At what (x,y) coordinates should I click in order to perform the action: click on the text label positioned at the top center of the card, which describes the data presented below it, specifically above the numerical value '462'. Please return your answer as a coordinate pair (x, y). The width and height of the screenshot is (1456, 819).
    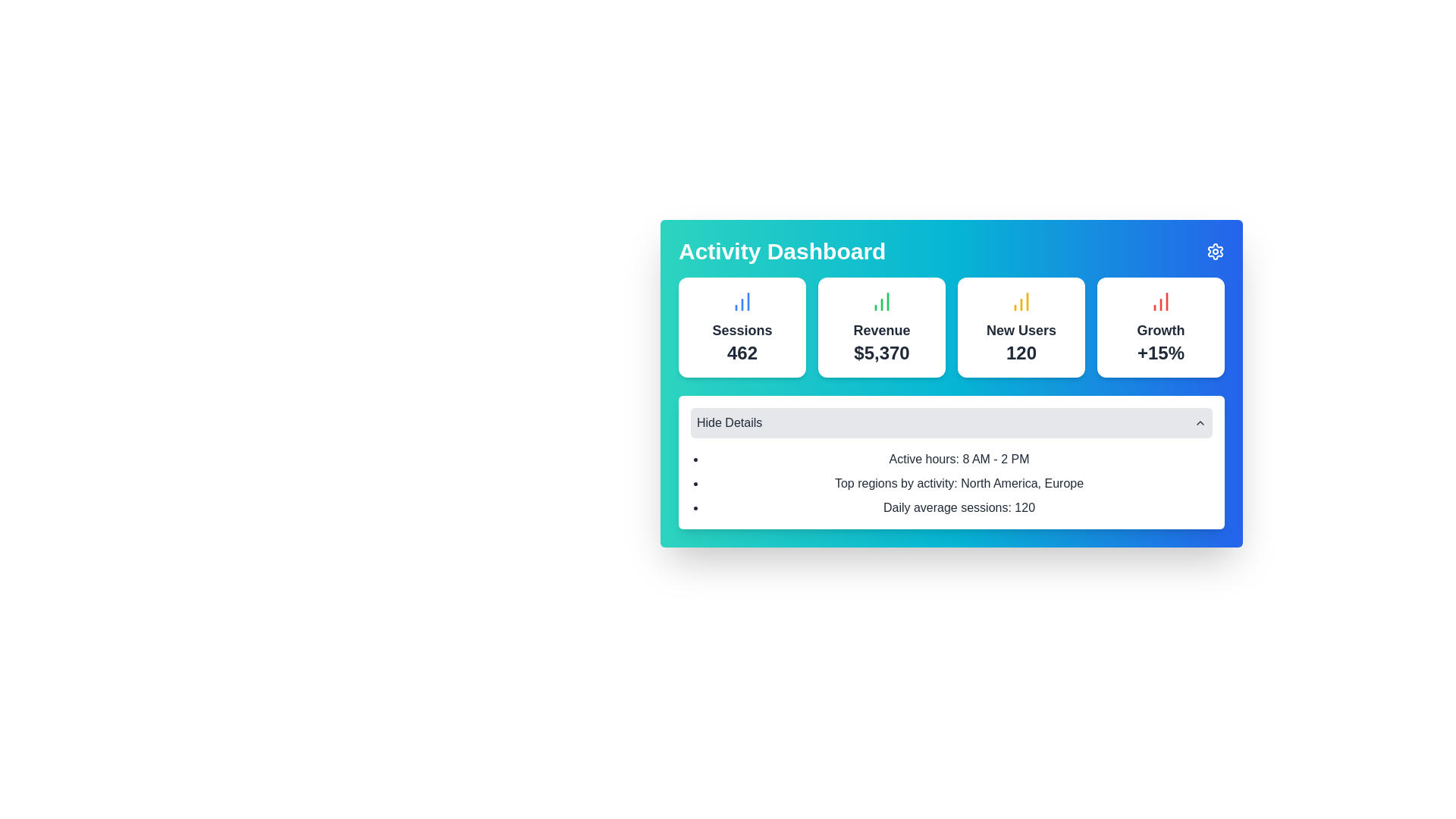
    Looking at the image, I should click on (742, 329).